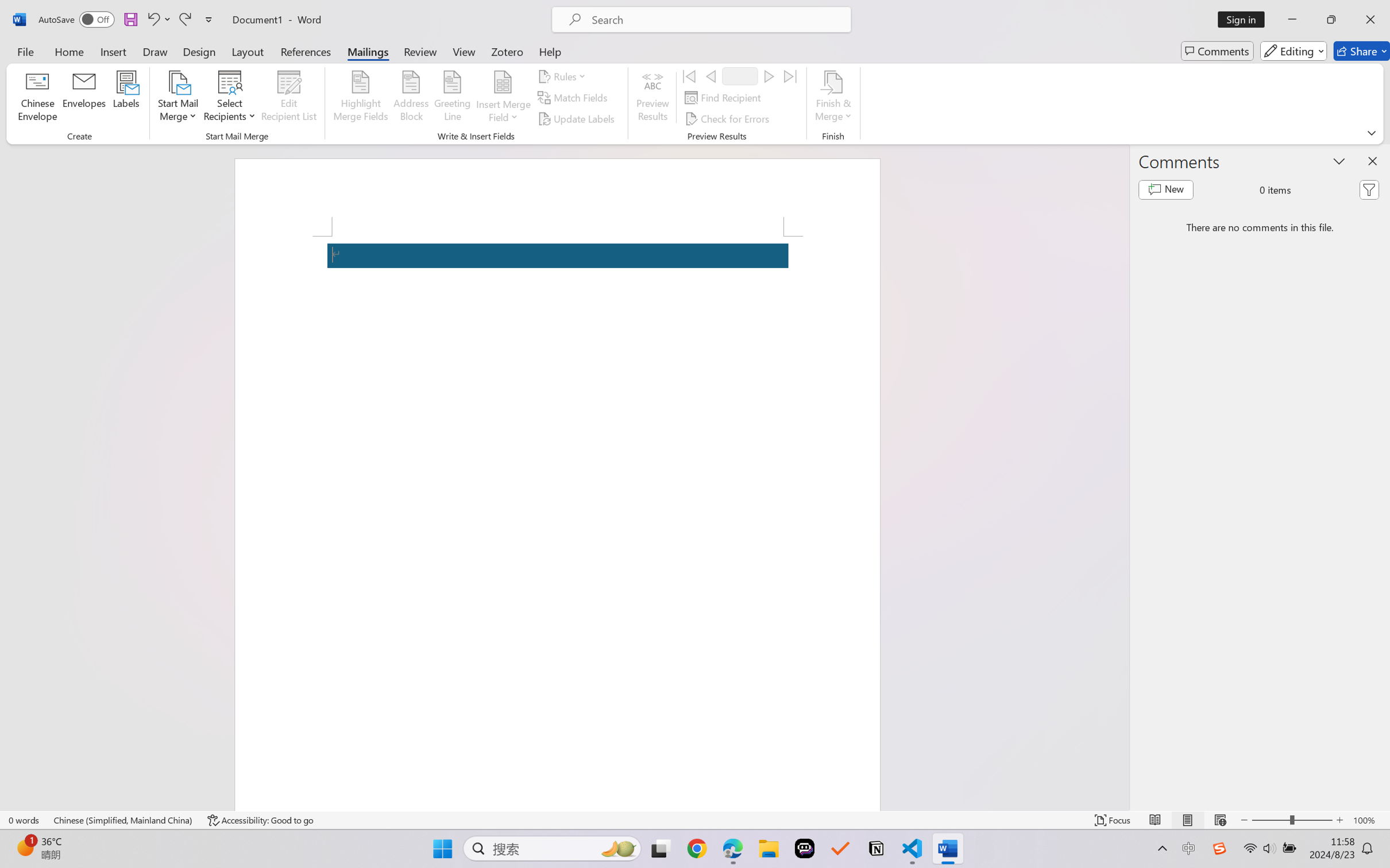 The image size is (1390, 868). What do you see at coordinates (563, 75) in the screenshot?
I see `'Rules'` at bounding box center [563, 75].